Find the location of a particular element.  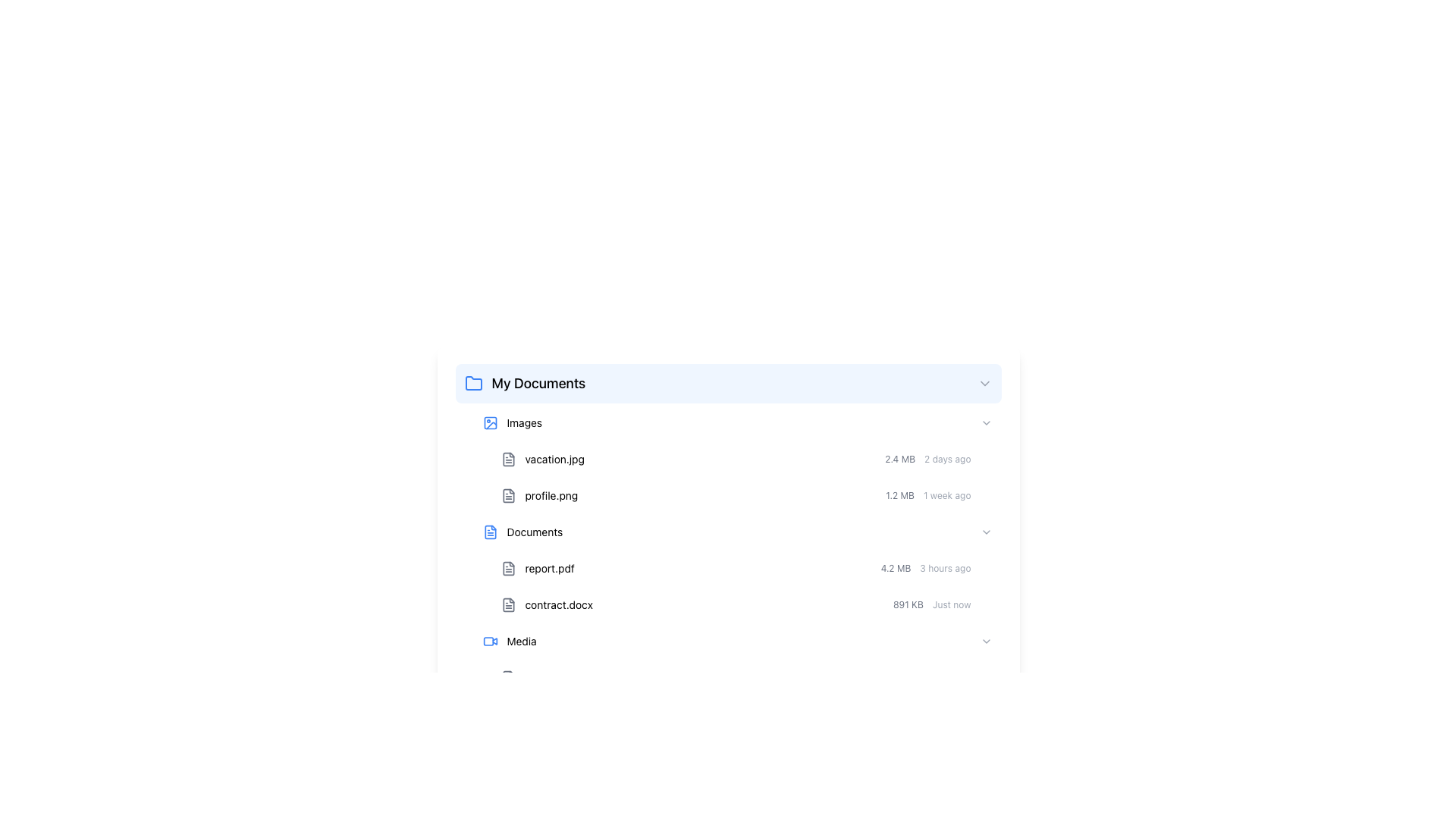

the file entry row displaying metadata for 'vacation.jpg', which is the first entry under the 'Images' category is located at coordinates (746, 458).